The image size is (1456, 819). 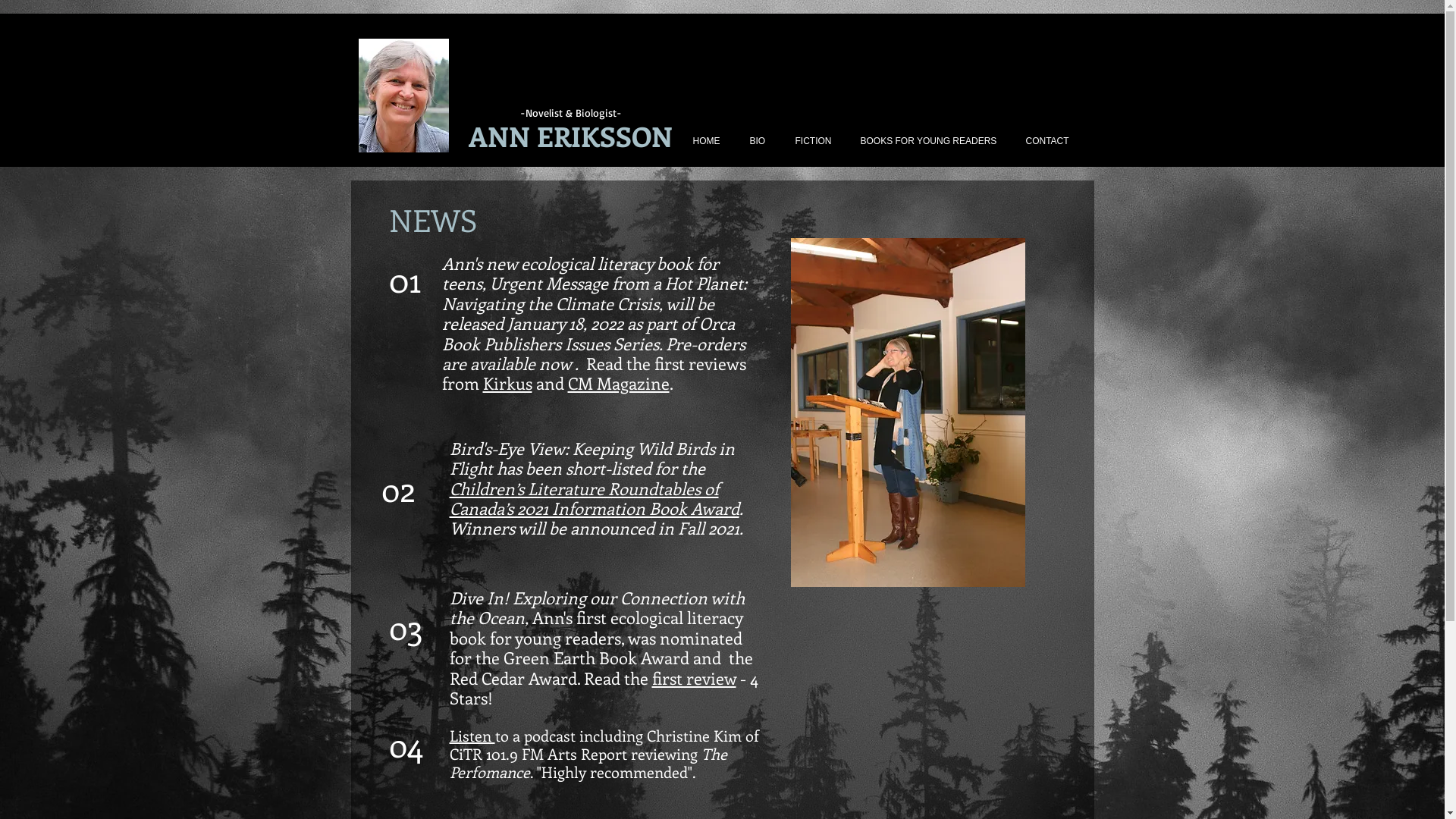 I want to click on 'Kirkus', so click(x=481, y=382).